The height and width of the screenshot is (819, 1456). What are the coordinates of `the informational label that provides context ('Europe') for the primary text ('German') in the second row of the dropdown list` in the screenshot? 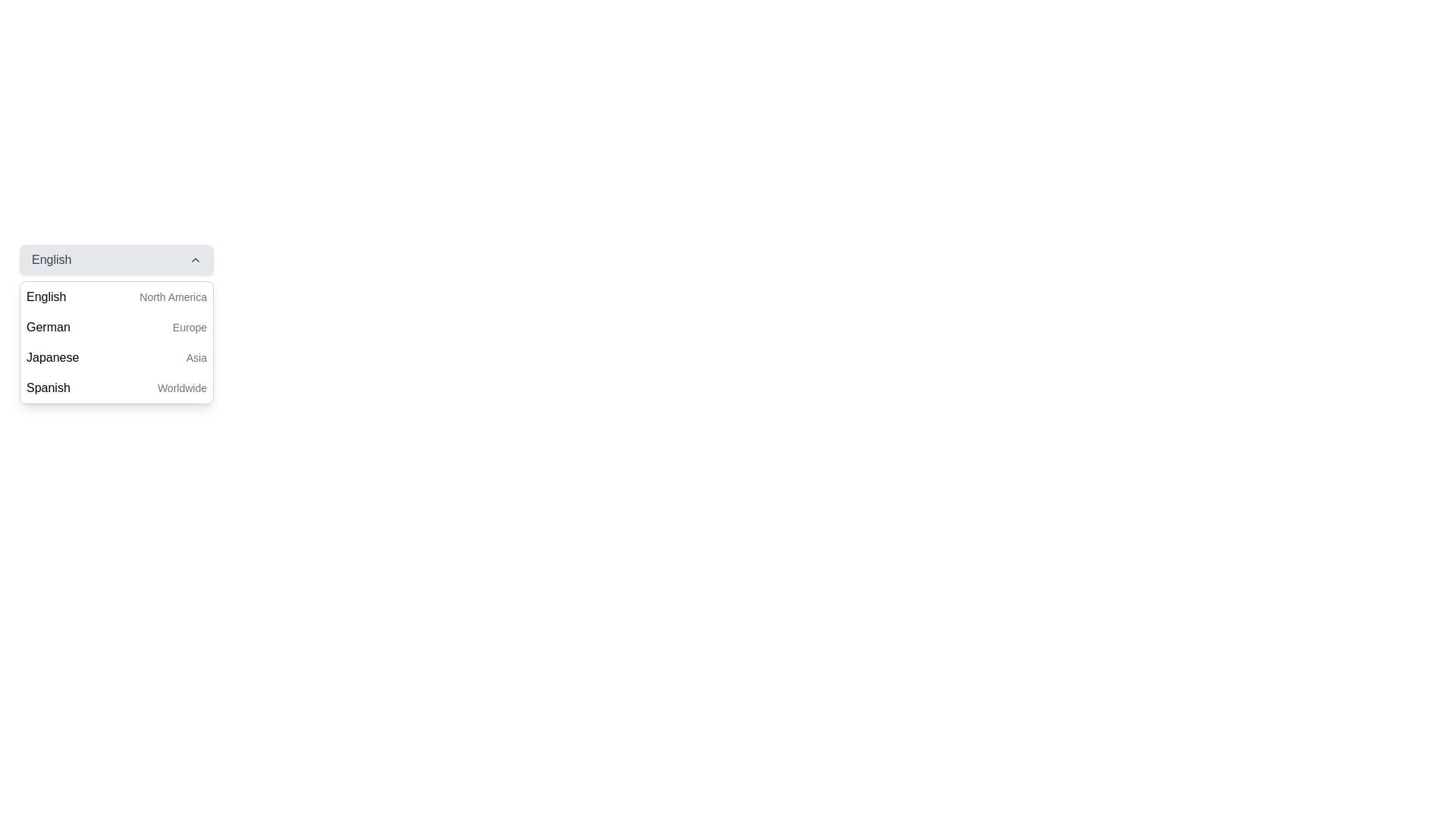 It's located at (189, 327).